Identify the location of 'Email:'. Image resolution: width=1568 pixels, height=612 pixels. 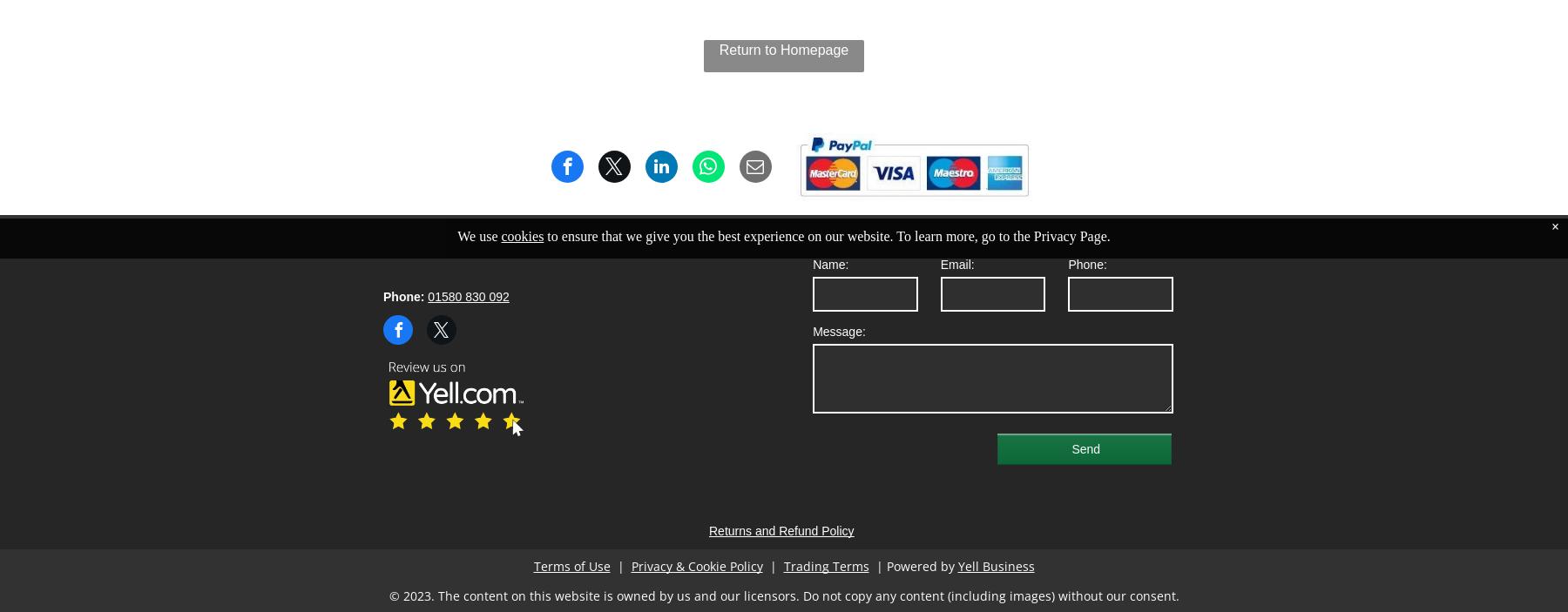
(956, 263).